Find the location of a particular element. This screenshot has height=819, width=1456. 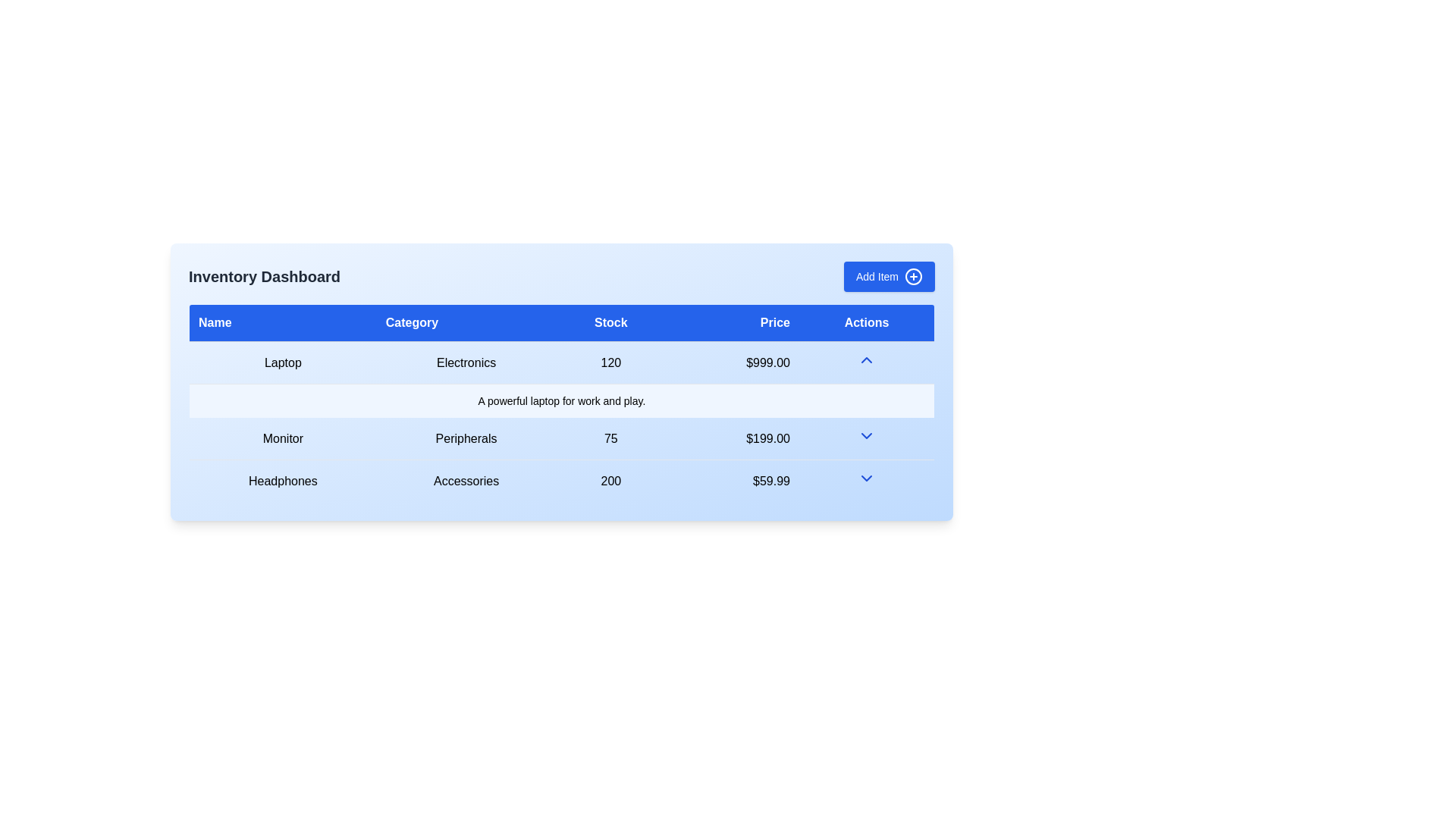

the Interactive icon located at the rightmost part of the 'Laptop' entry row in the table is located at coordinates (866, 359).